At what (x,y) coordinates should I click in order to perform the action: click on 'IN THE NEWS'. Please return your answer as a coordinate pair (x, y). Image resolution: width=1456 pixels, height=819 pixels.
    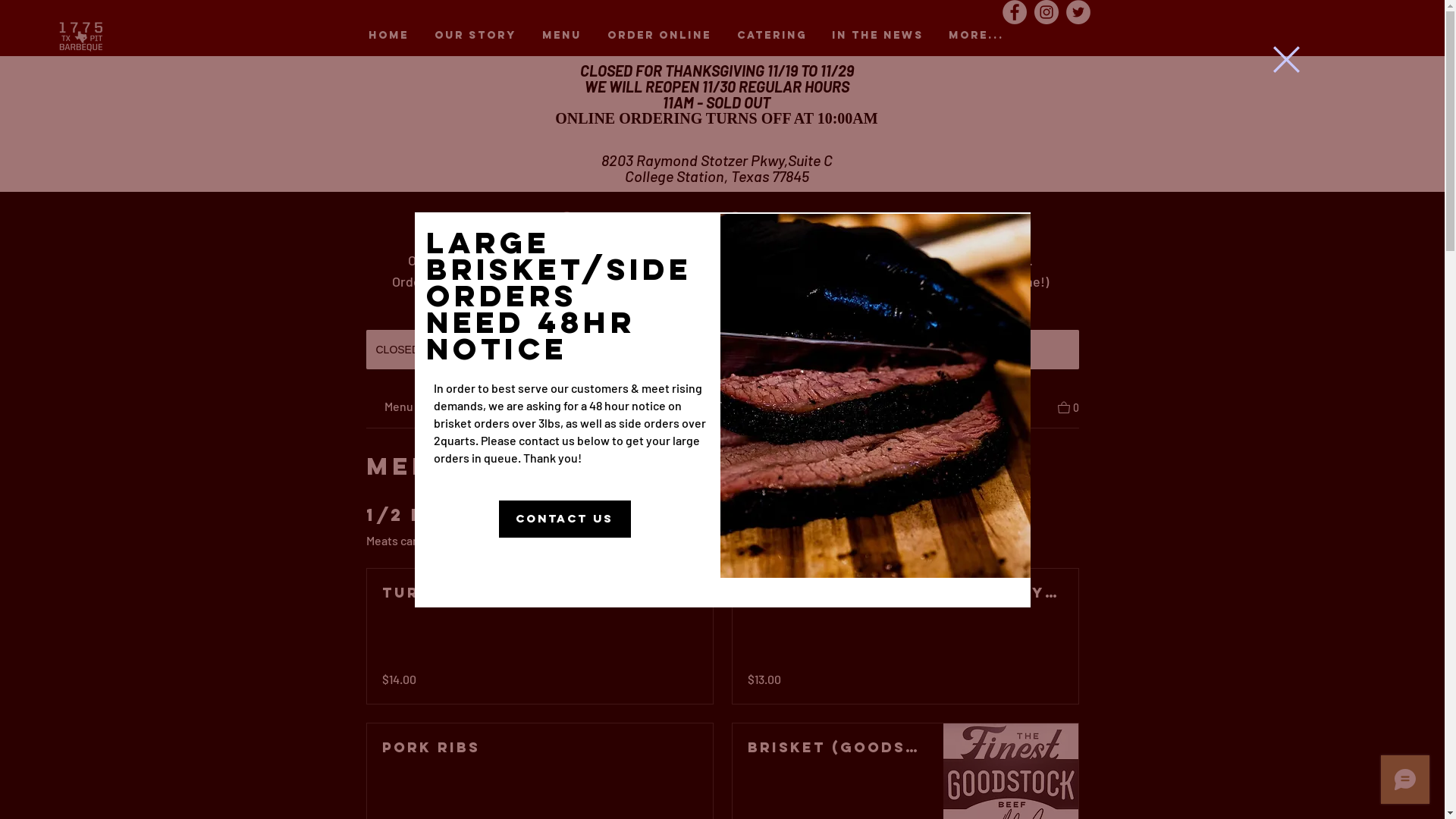
    Looking at the image, I should click on (877, 34).